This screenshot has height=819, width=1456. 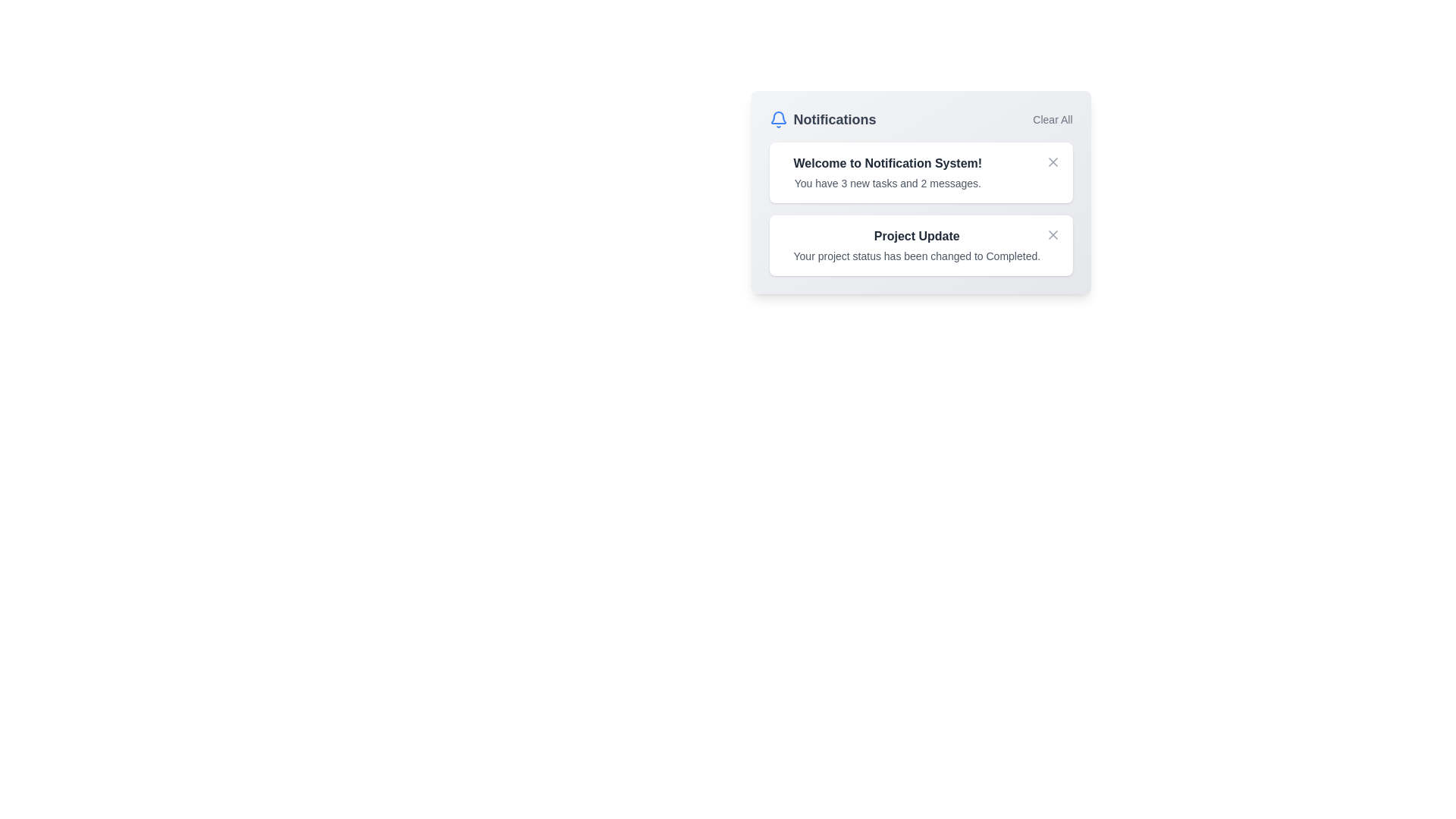 I want to click on the update in the notification message located in the 'Project Update' block under the 'Notifications' header, so click(x=916, y=245).